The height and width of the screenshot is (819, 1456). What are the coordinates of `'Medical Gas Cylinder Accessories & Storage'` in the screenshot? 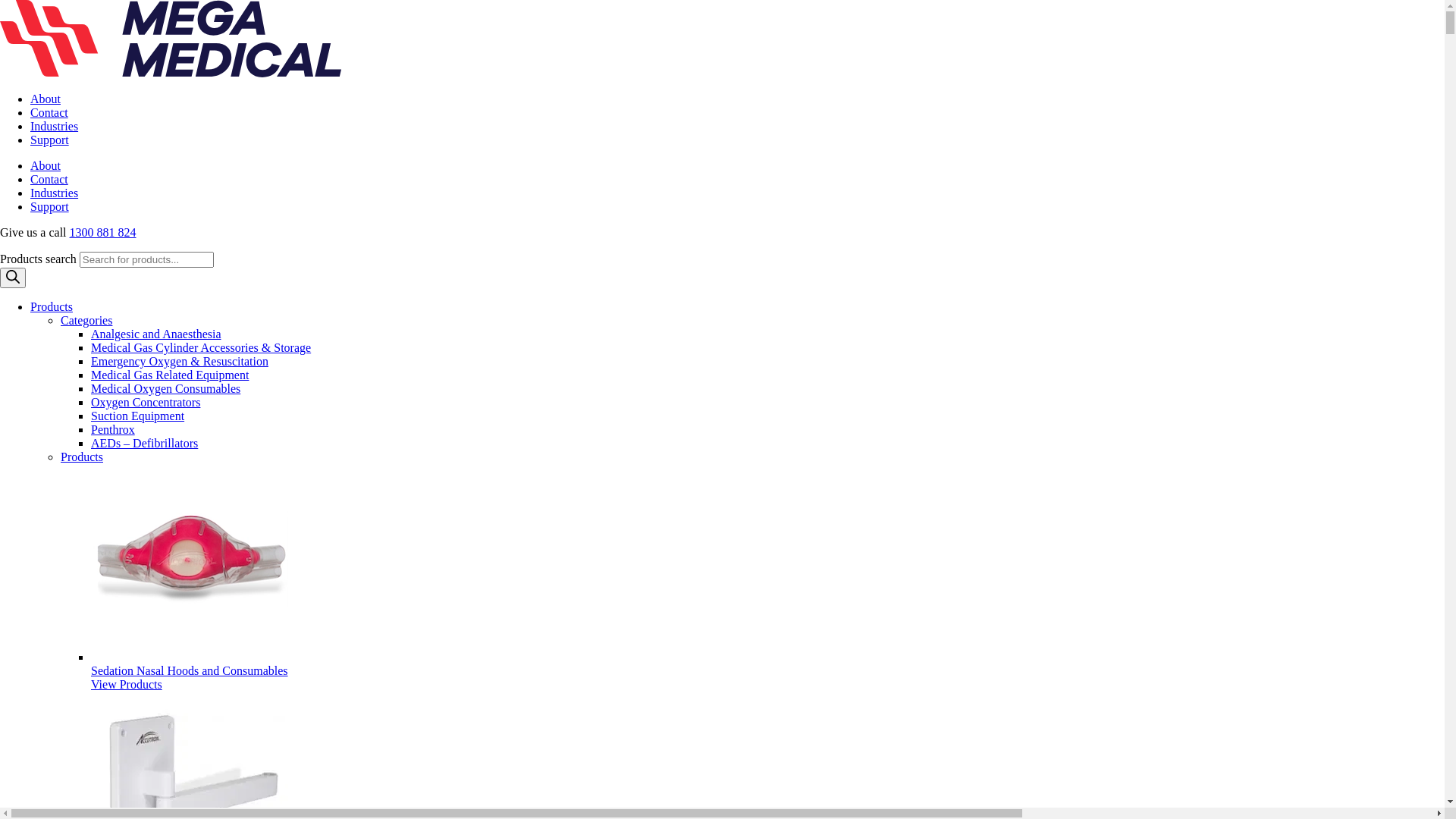 It's located at (199, 347).